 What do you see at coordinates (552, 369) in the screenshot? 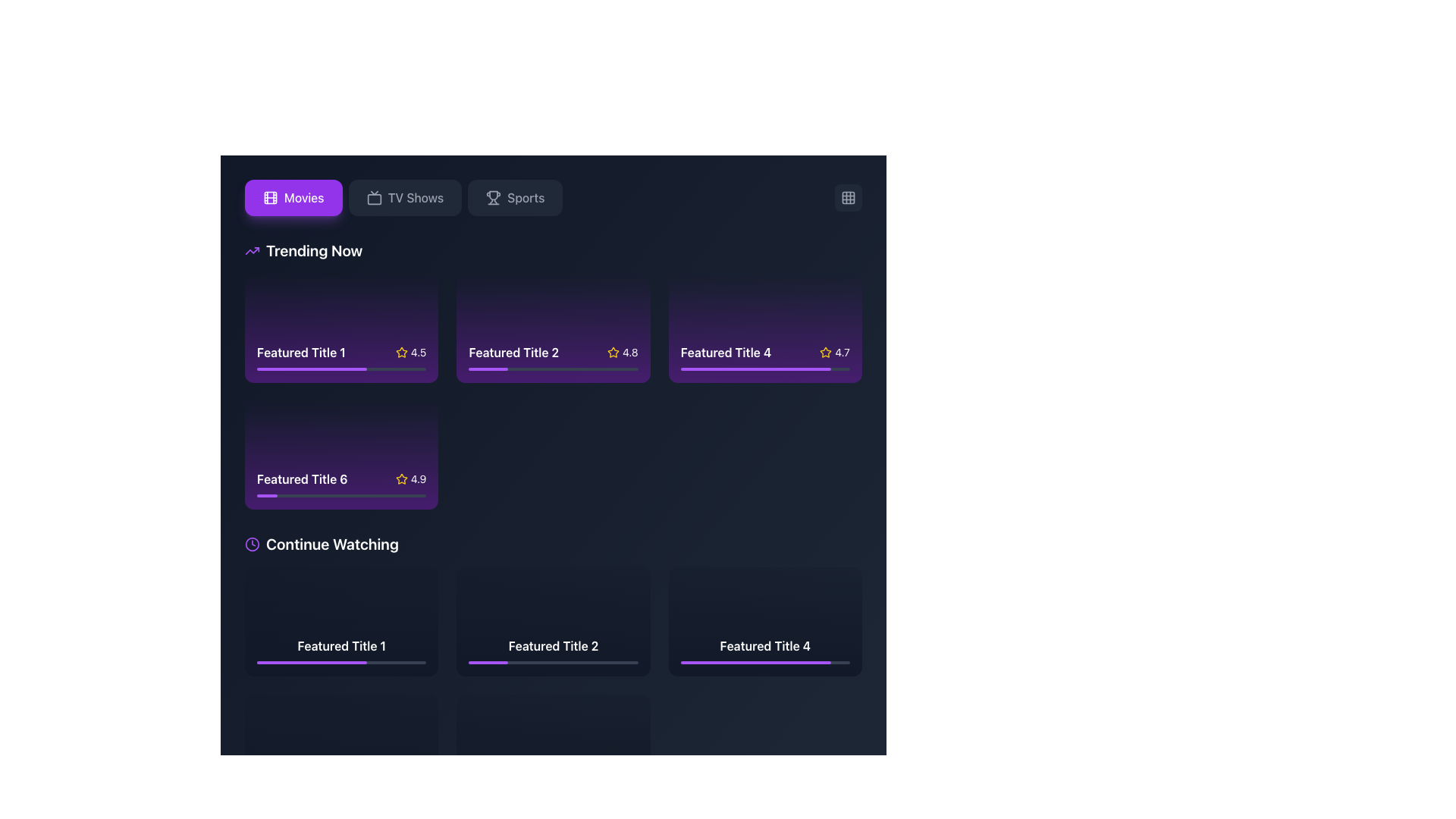
I see `the thin, horizontal progress bar located beneath 'Featured Title 2' with a rating of '4.8' in the 'Trending Now' section` at bounding box center [552, 369].